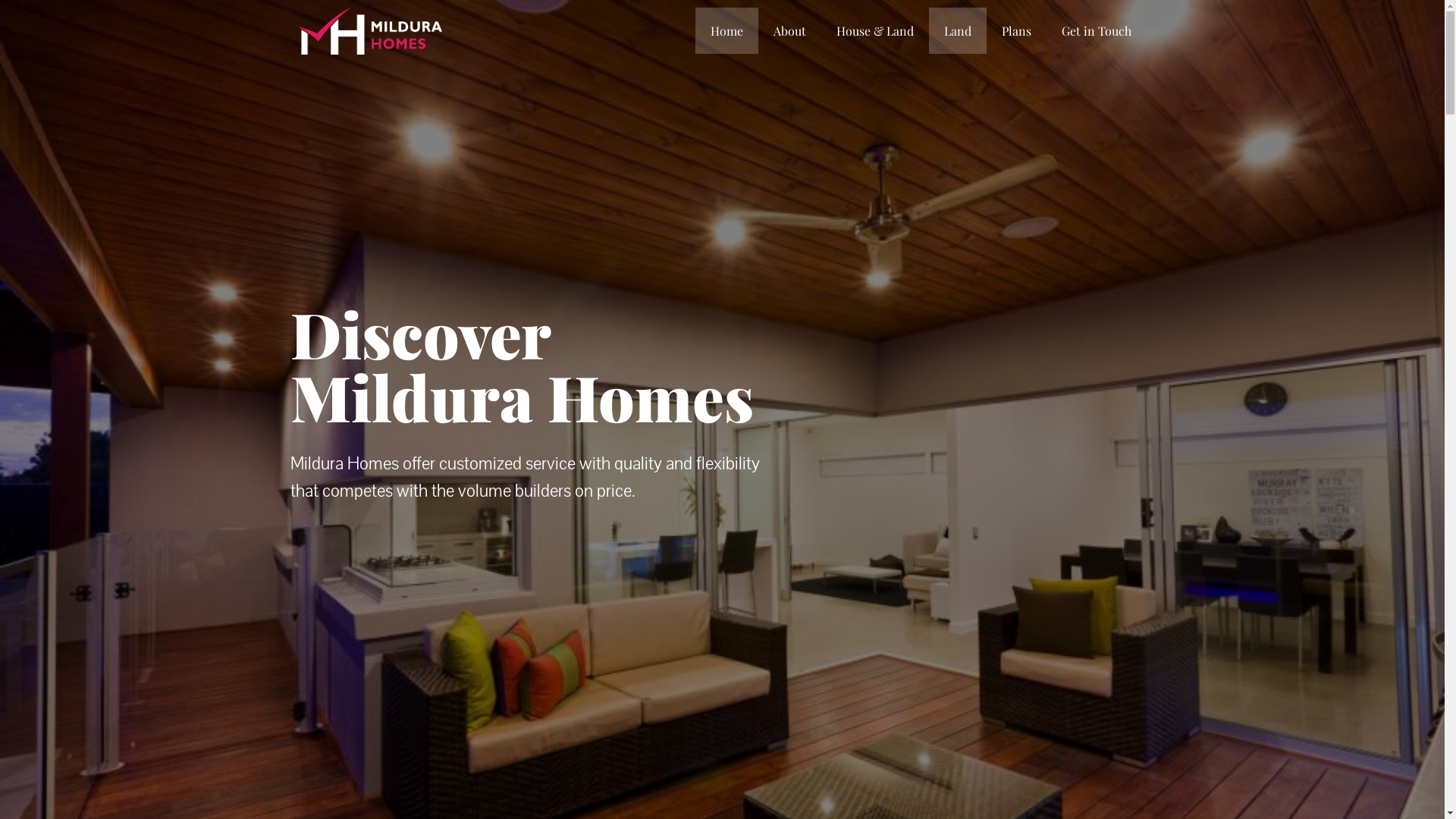 The width and height of the screenshot is (1456, 819). I want to click on 'Home', so click(726, 30).